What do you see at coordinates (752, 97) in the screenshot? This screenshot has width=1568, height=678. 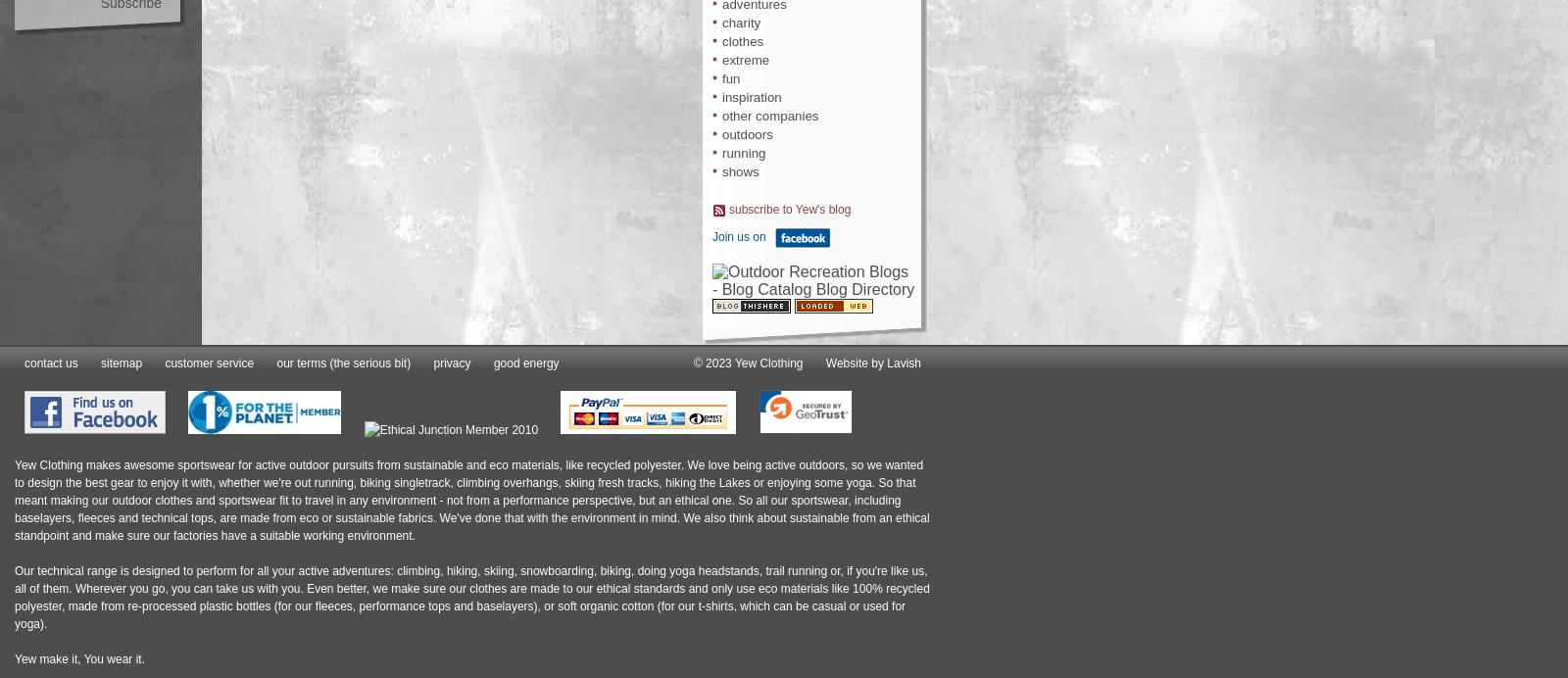 I see `'inspiration'` at bounding box center [752, 97].